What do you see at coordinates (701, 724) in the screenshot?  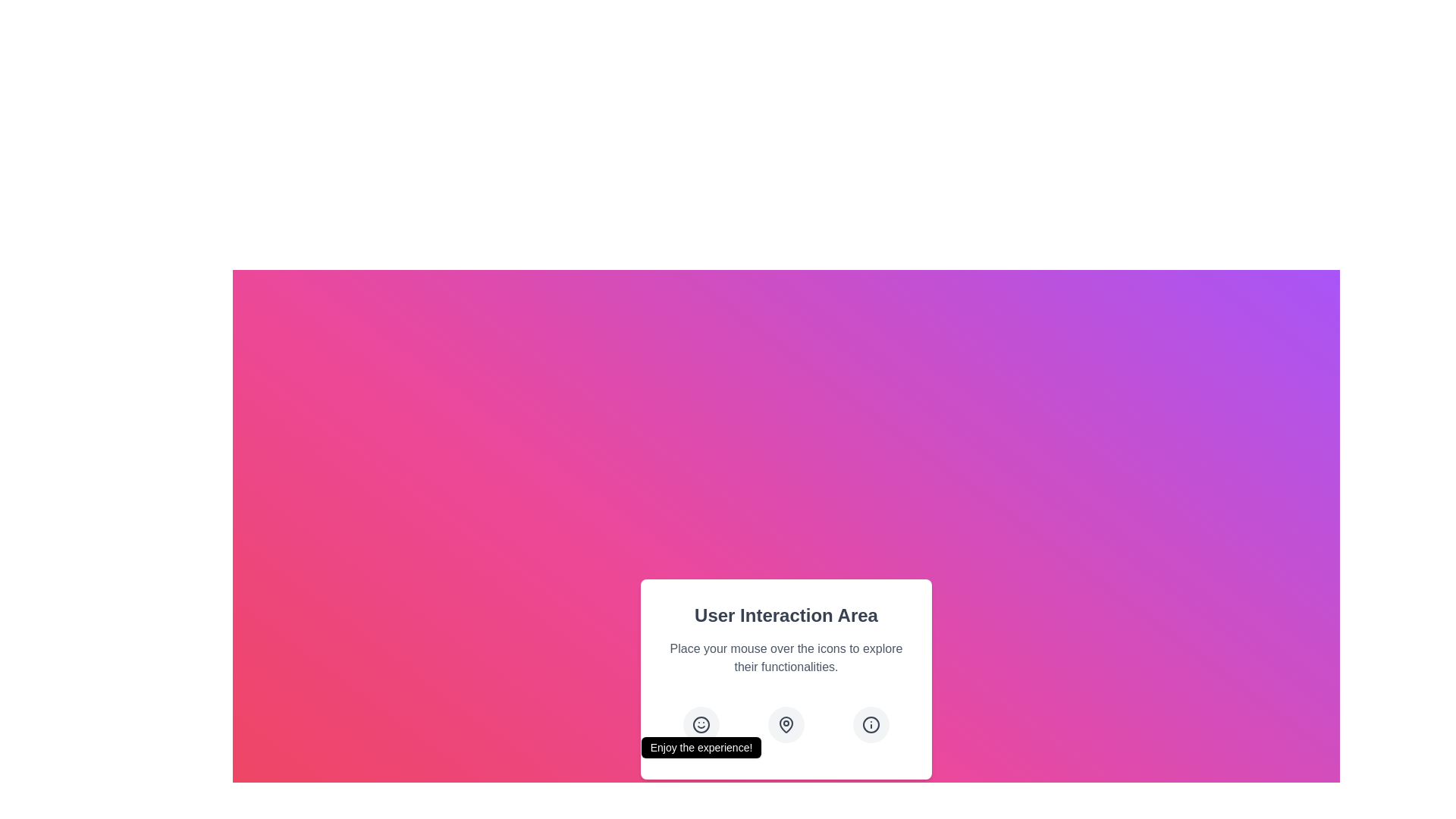 I see `the smiley face icon button located at the bottom left of the 'User Interaction Area' dialog box` at bounding box center [701, 724].